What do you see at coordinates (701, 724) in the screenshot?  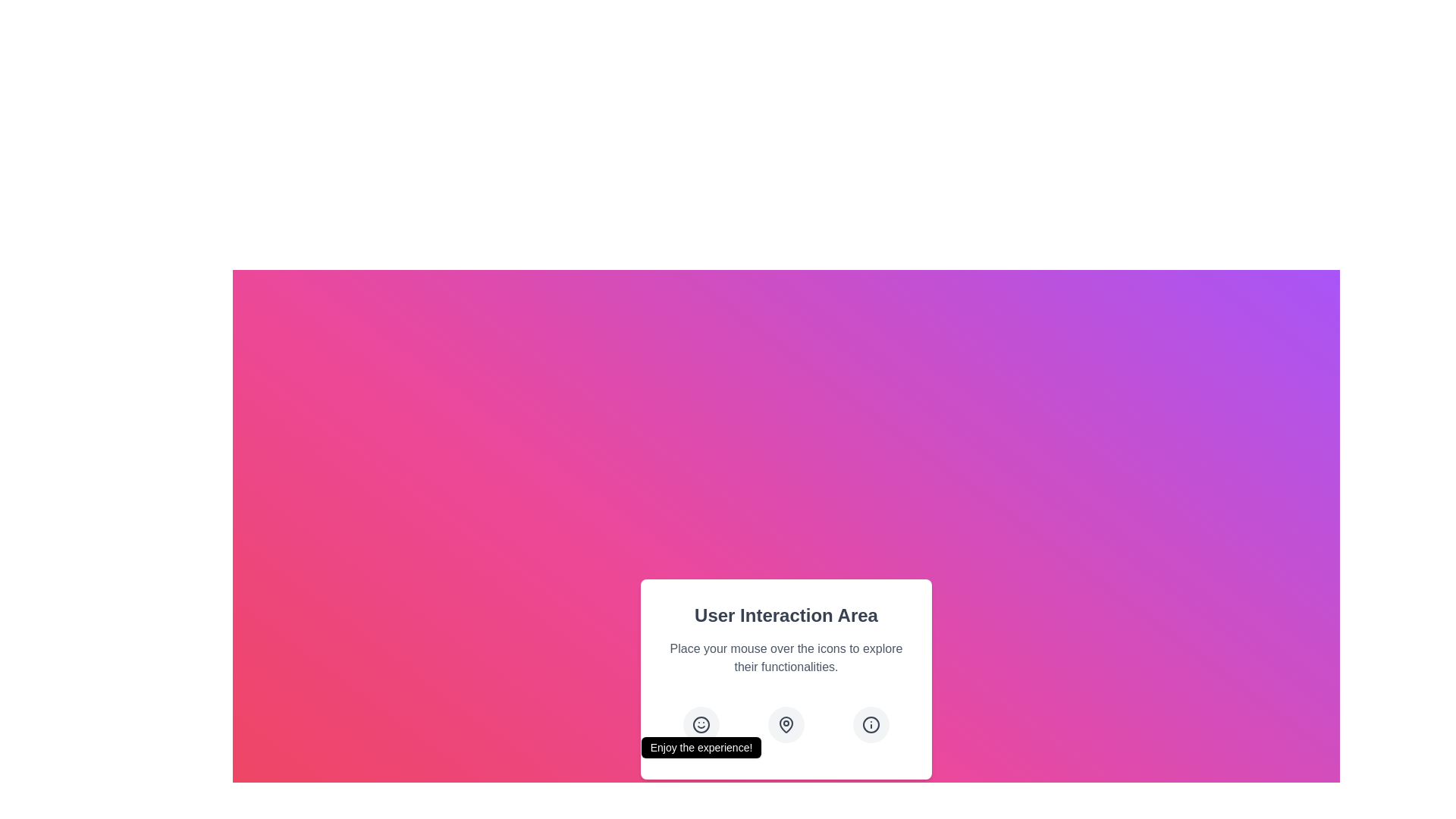 I see `the smiley face icon button located at the bottom left of the 'User Interaction Area' dialog box` at bounding box center [701, 724].